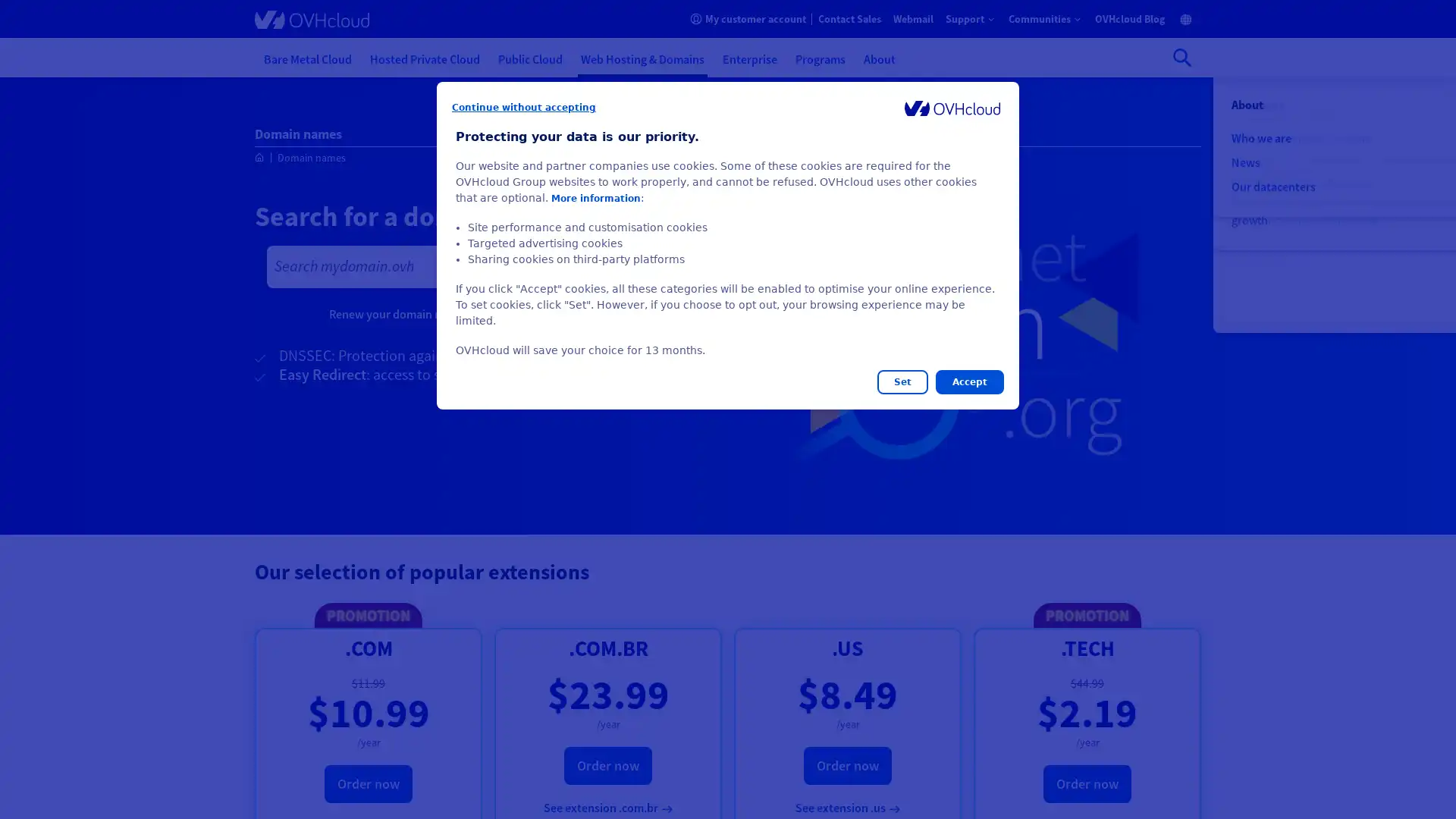 The width and height of the screenshot is (1456, 819). I want to click on Search, so click(676, 265).